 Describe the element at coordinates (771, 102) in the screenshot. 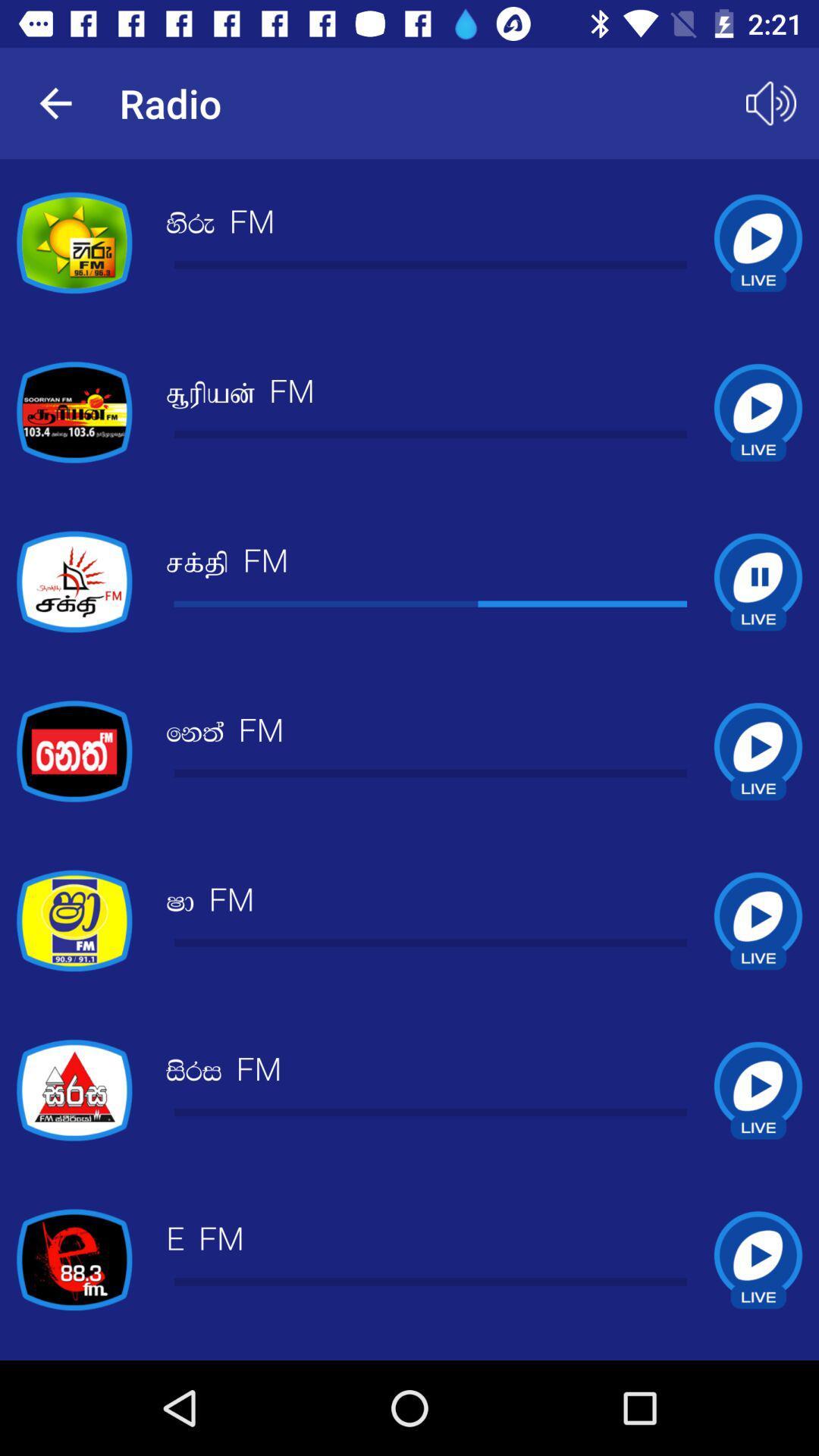

I see `item to the right of radio icon` at that location.